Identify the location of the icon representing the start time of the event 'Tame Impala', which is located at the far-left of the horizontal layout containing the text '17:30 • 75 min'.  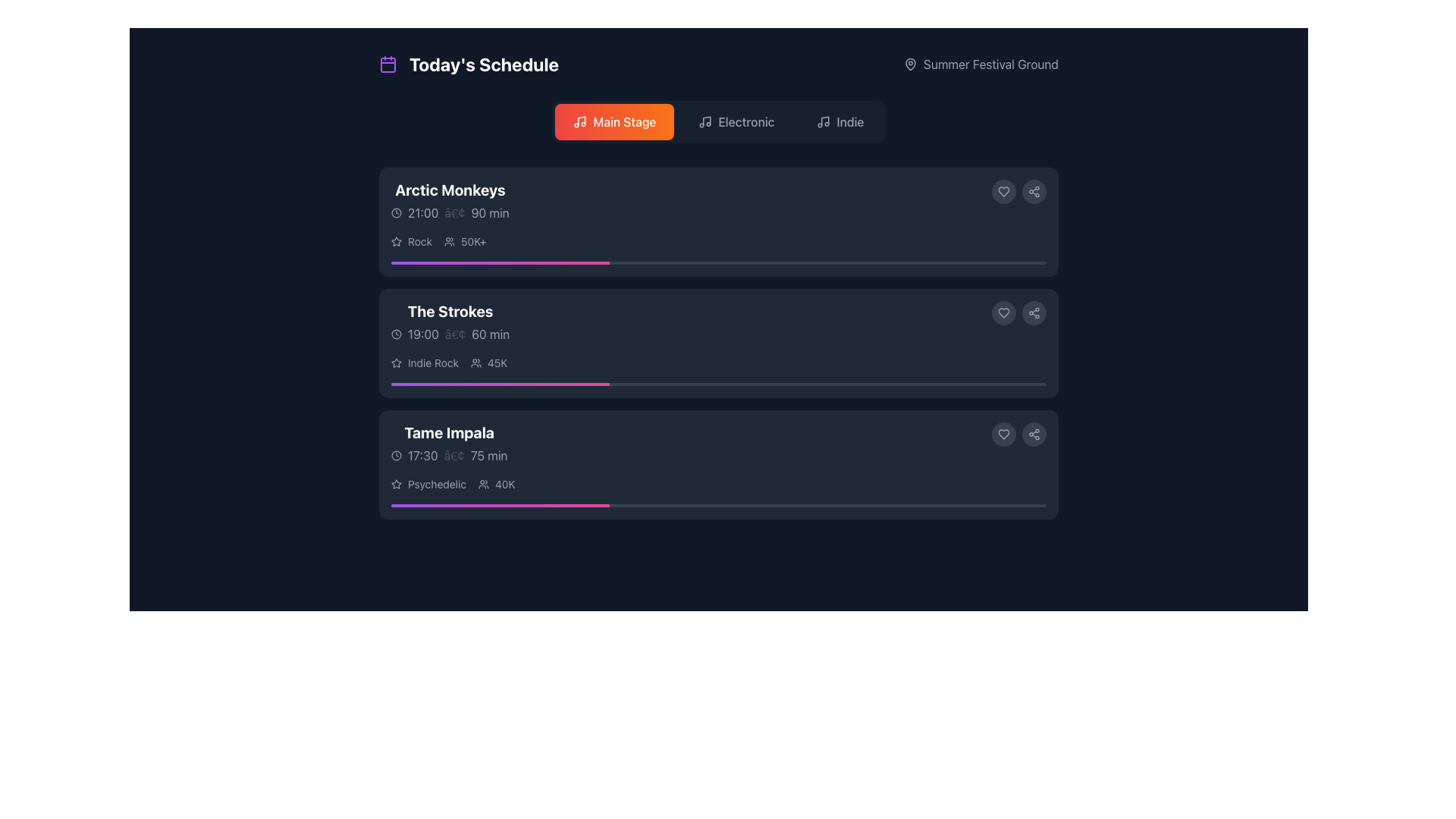
(397, 455).